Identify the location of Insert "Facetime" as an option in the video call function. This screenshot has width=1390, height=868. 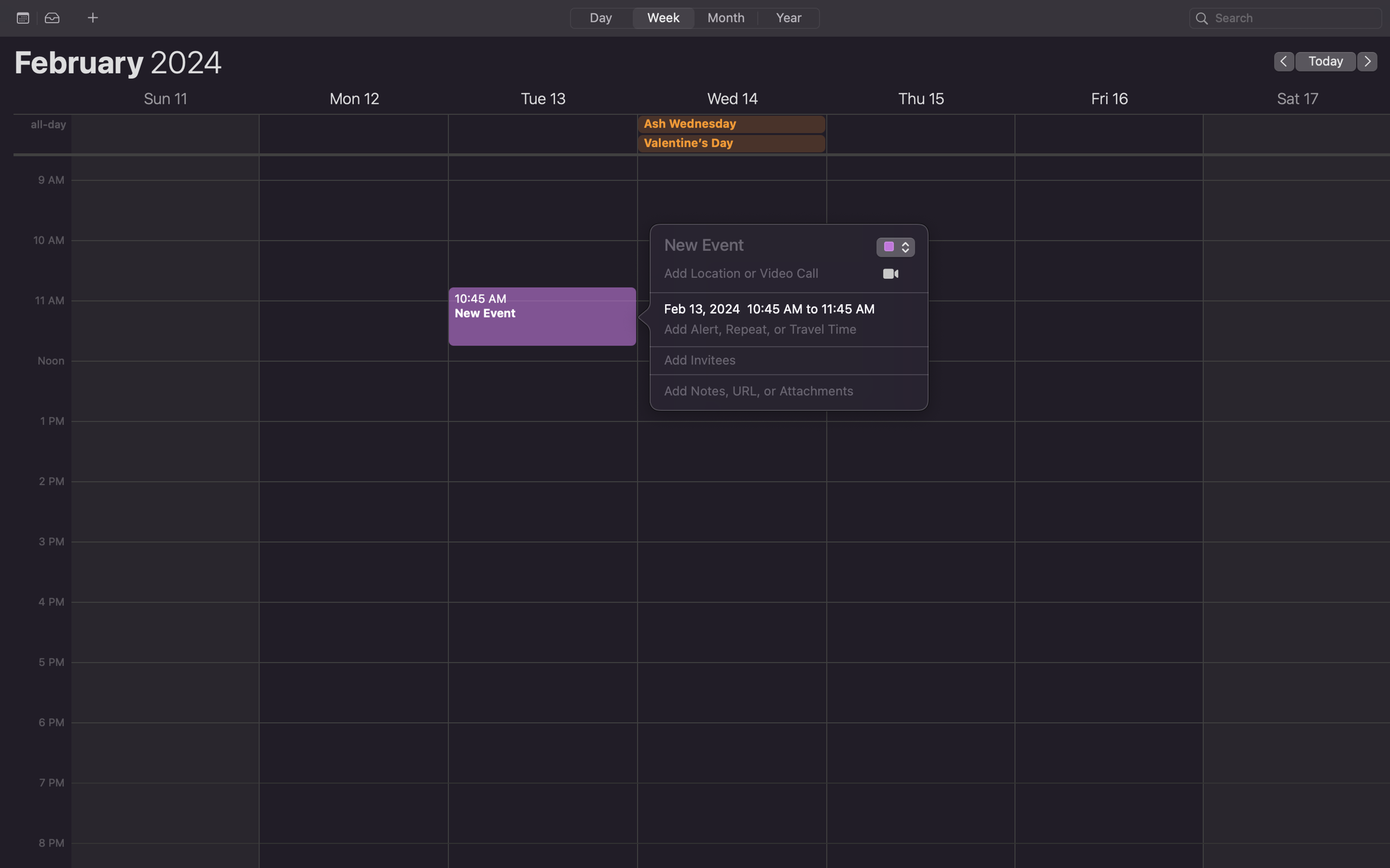
(890, 274).